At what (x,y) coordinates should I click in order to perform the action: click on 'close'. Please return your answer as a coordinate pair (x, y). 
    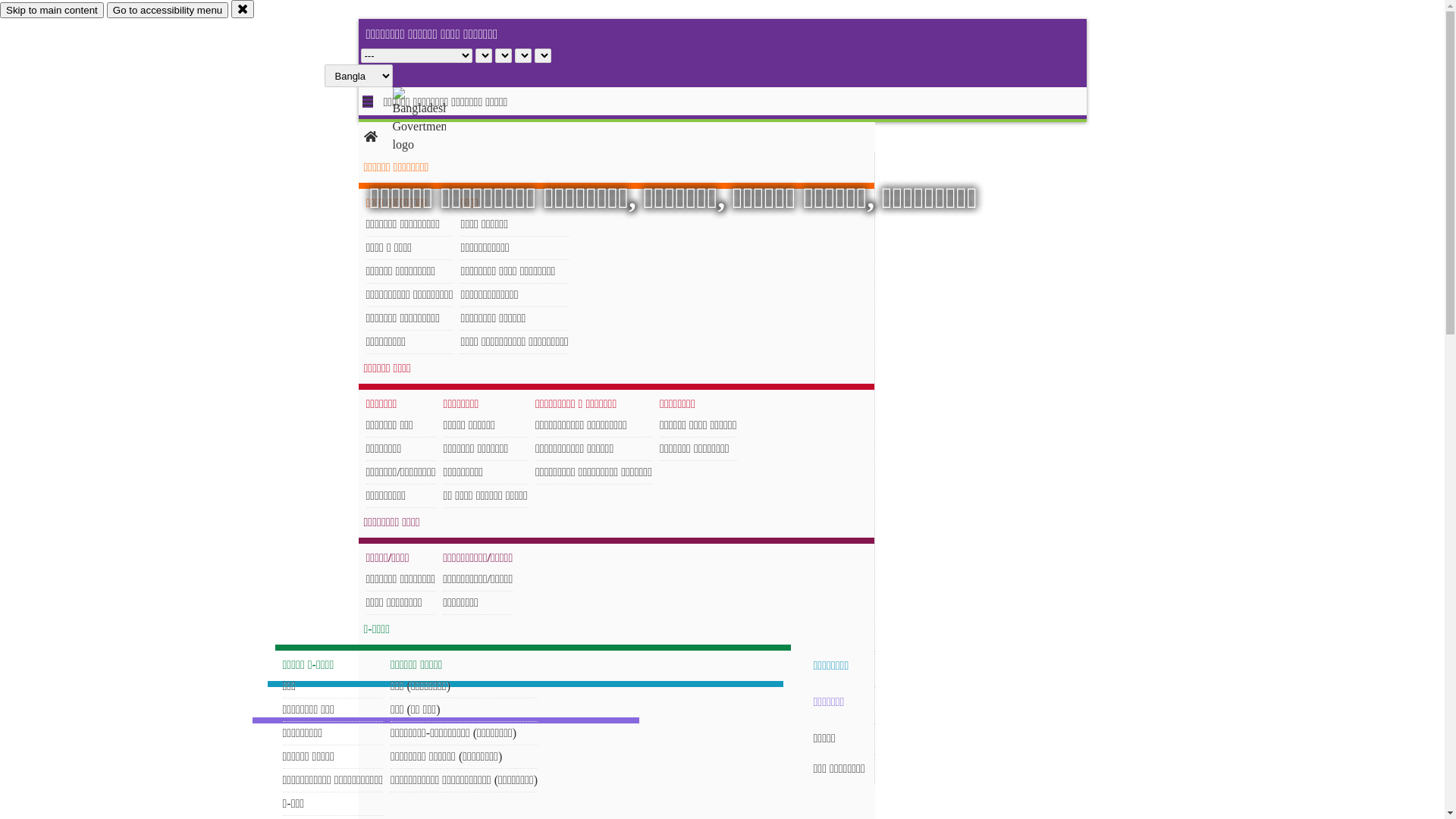
    Looking at the image, I should click on (231, 8).